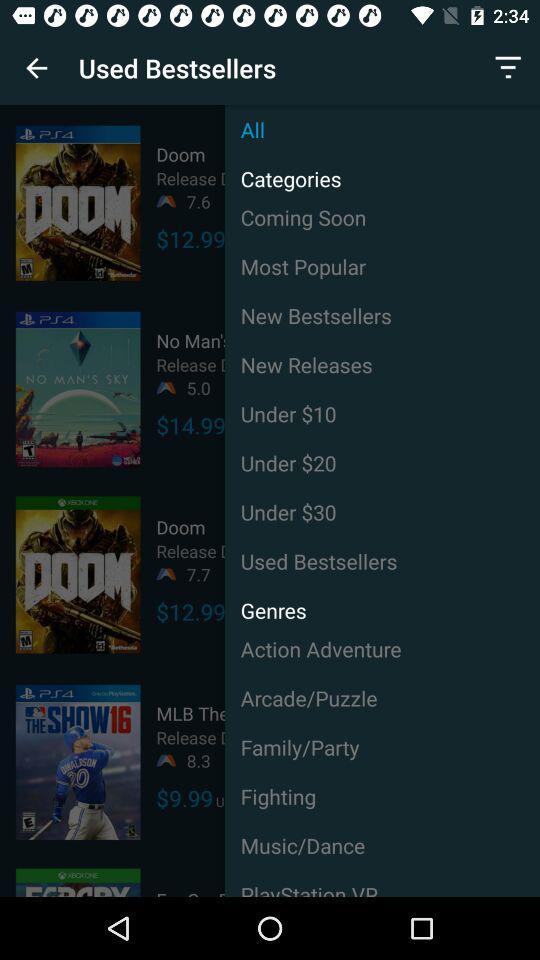 This screenshot has height=960, width=540. What do you see at coordinates (382, 698) in the screenshot?
I see `arcade/puzzle icon` at bounding box center [382, 698].